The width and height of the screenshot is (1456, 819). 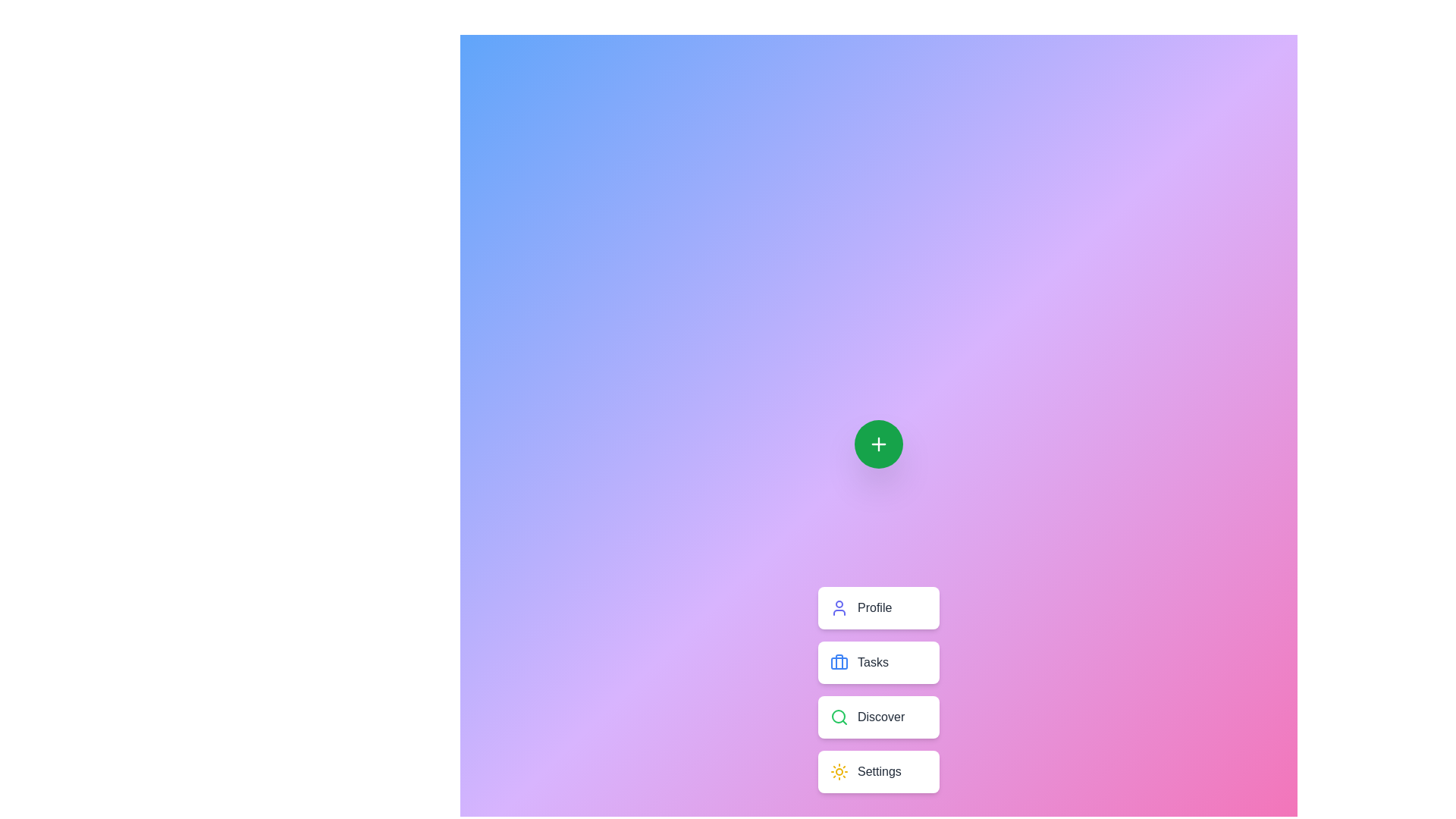 What do you see at coordinates (878, 662) in the screenshot?
I see `the 'Tasks' button to select it` at bounding box center [878, 662].